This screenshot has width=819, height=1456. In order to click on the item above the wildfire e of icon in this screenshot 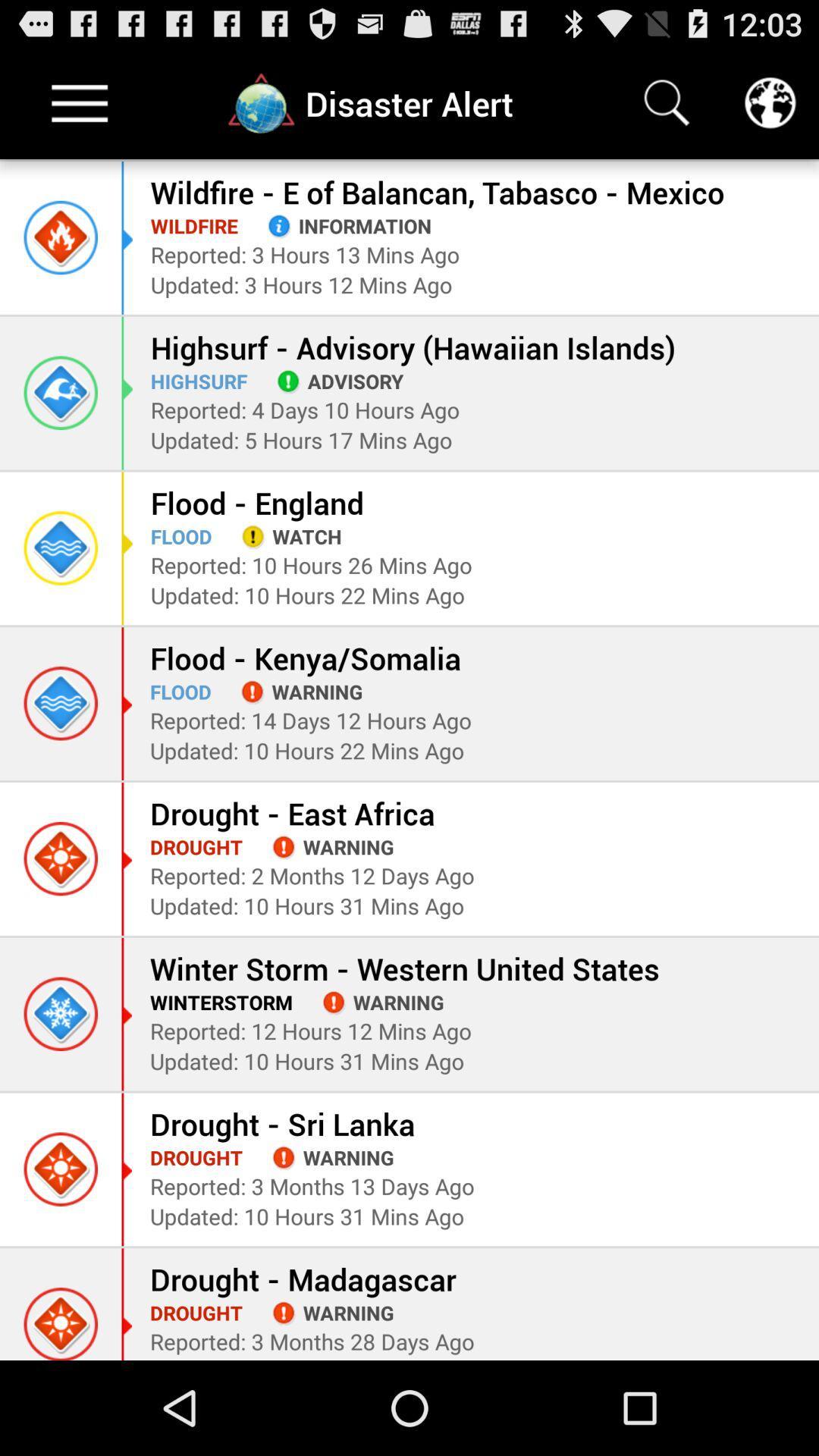, I will do `click(770, 102)`.